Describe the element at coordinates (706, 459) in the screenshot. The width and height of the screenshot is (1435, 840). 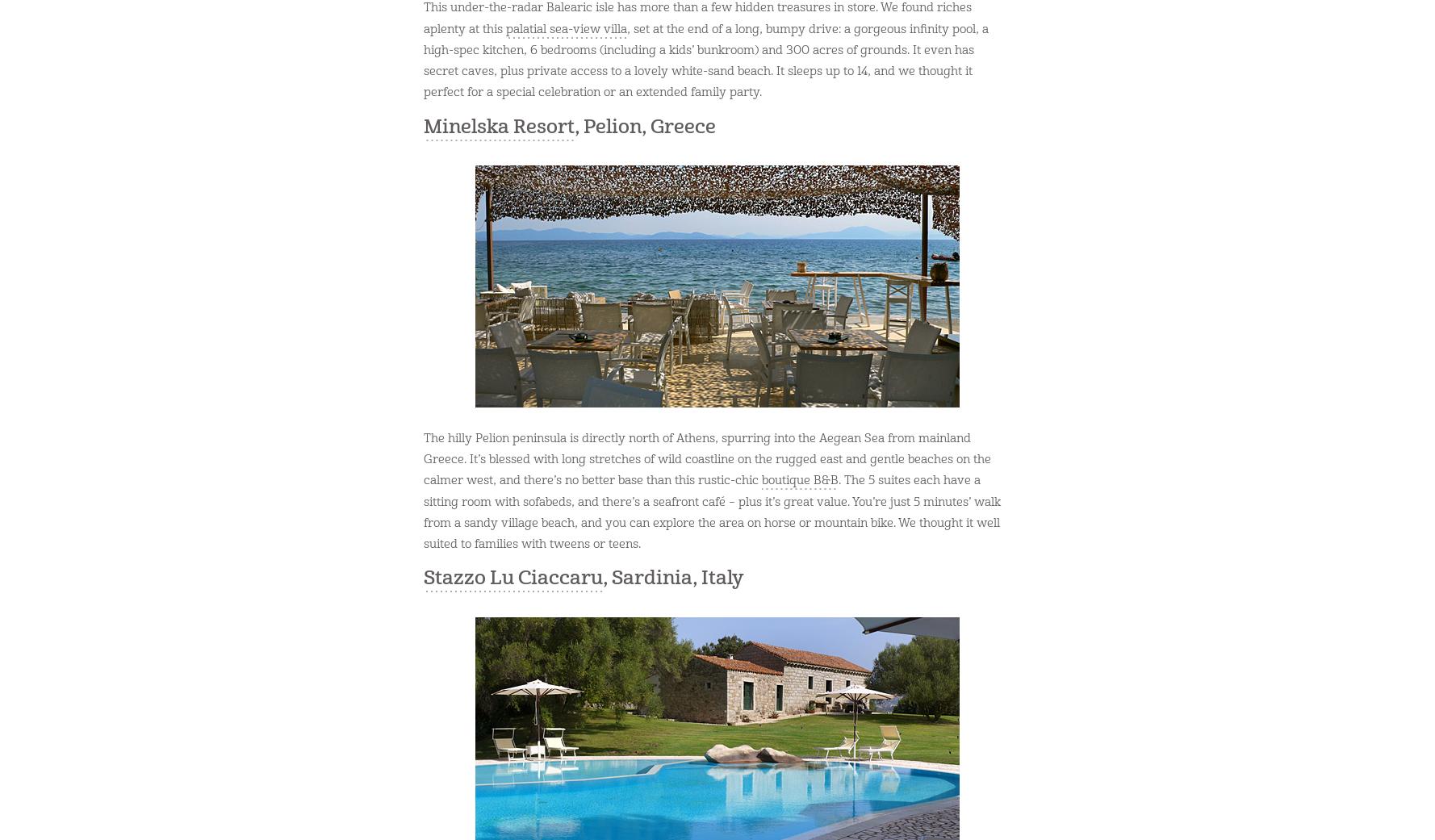
I see `'The hilly Pelion peninsula is directly north of Athens, spurring into the Aegean Sea from mainland Greece. It’s blessed with long stretches of wild coastline on the rugged east and gentle beaches on the calmer west, and there’s no better base than this rustic-chic'` at that location.